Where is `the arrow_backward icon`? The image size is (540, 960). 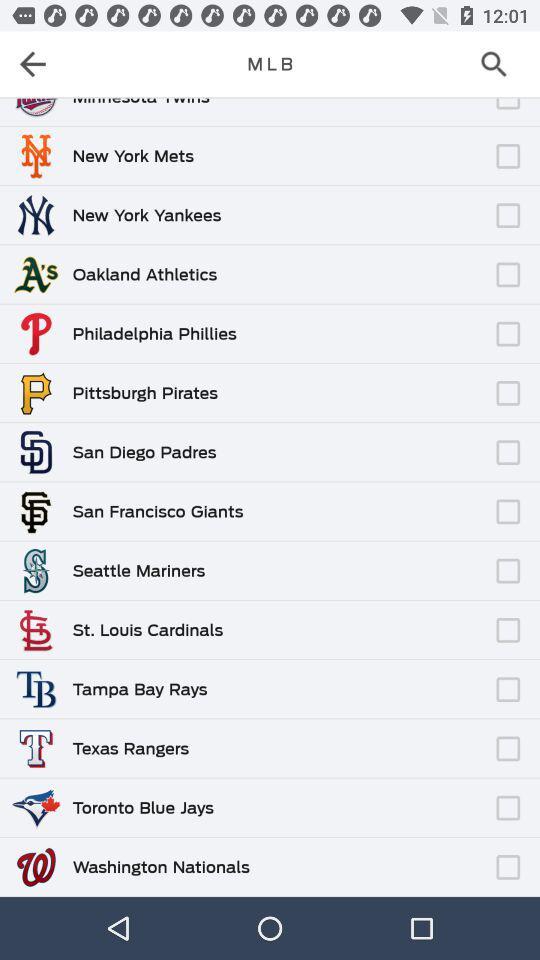 the arrow_backward icon is located at coordinates (39, 64).